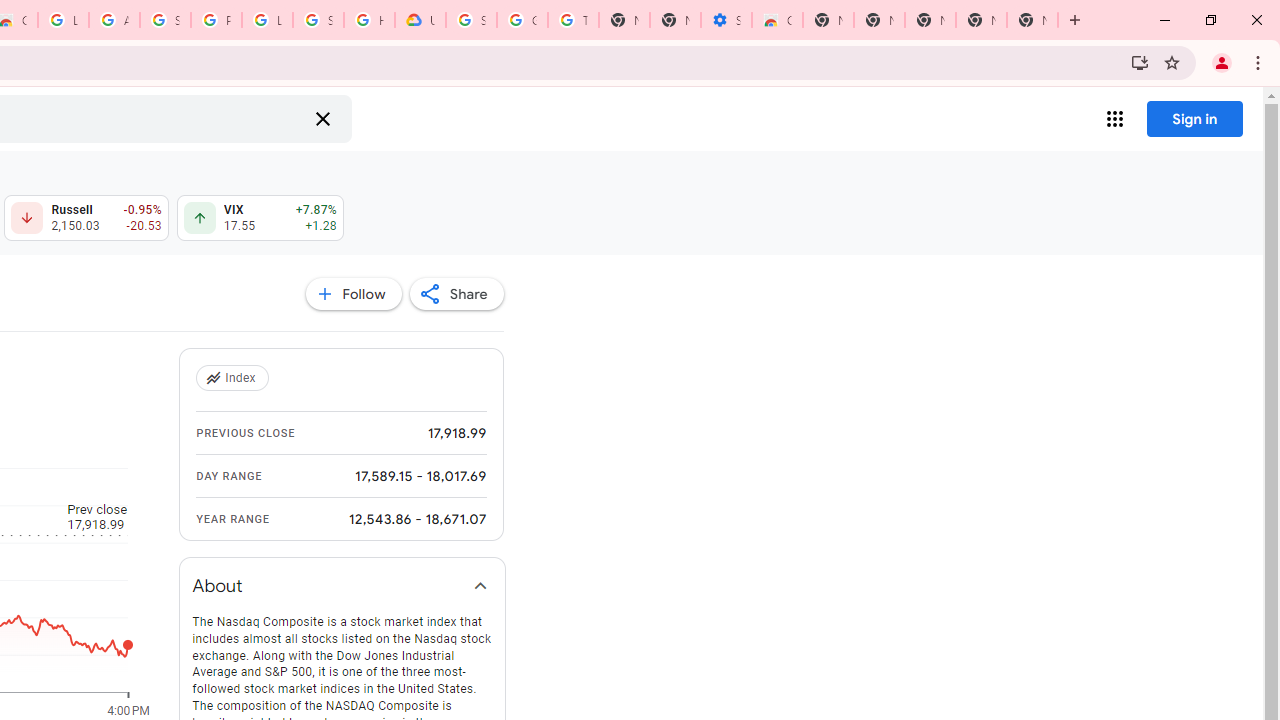 The image size is (1280, 720). Describe the element at coordinates (234, 378) in the screenshot. I see `'Index'` at that location.